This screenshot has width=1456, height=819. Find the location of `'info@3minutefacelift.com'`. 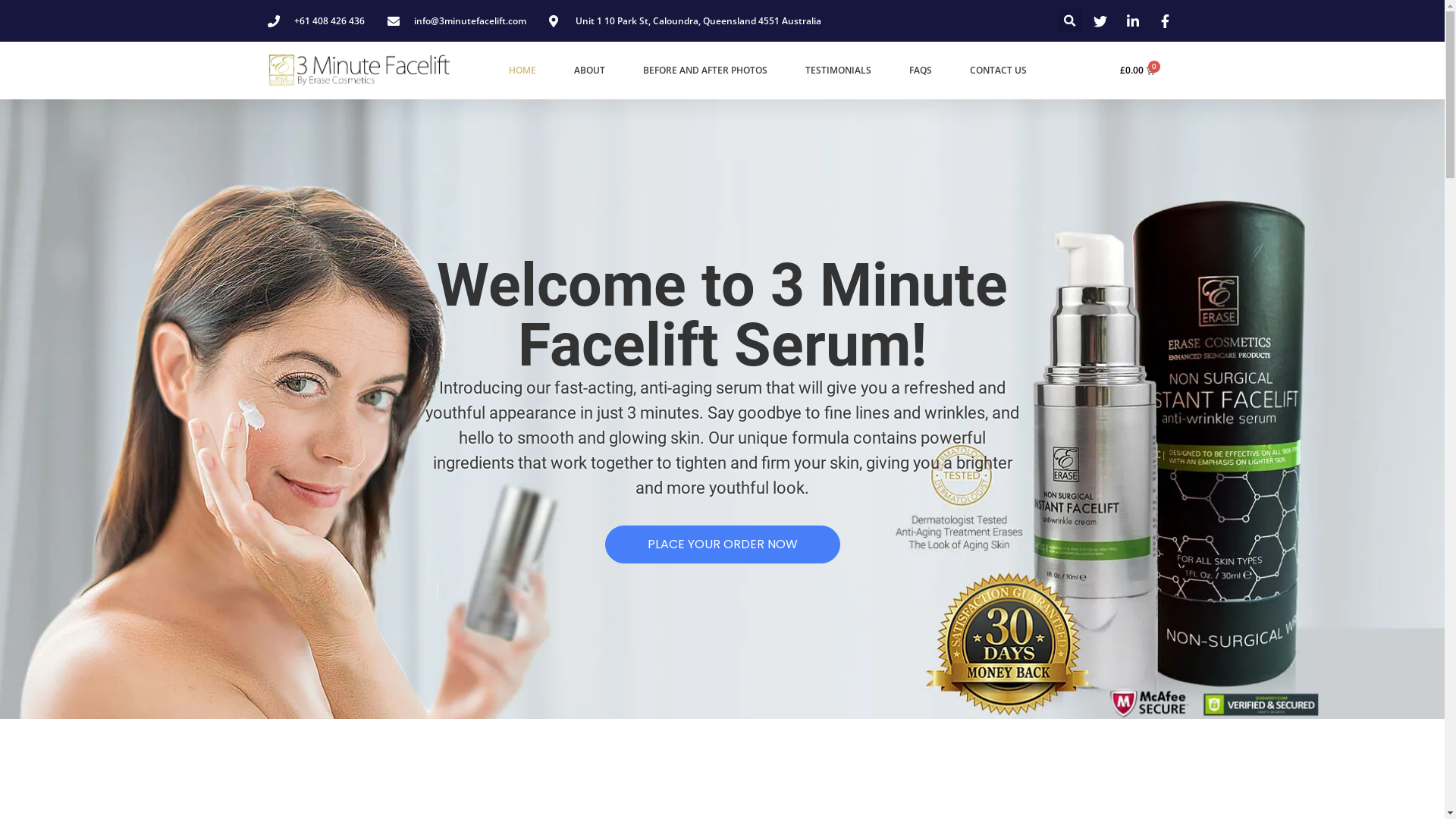

'info@3minutefacelift.com' is located at coordinates (455, 20).